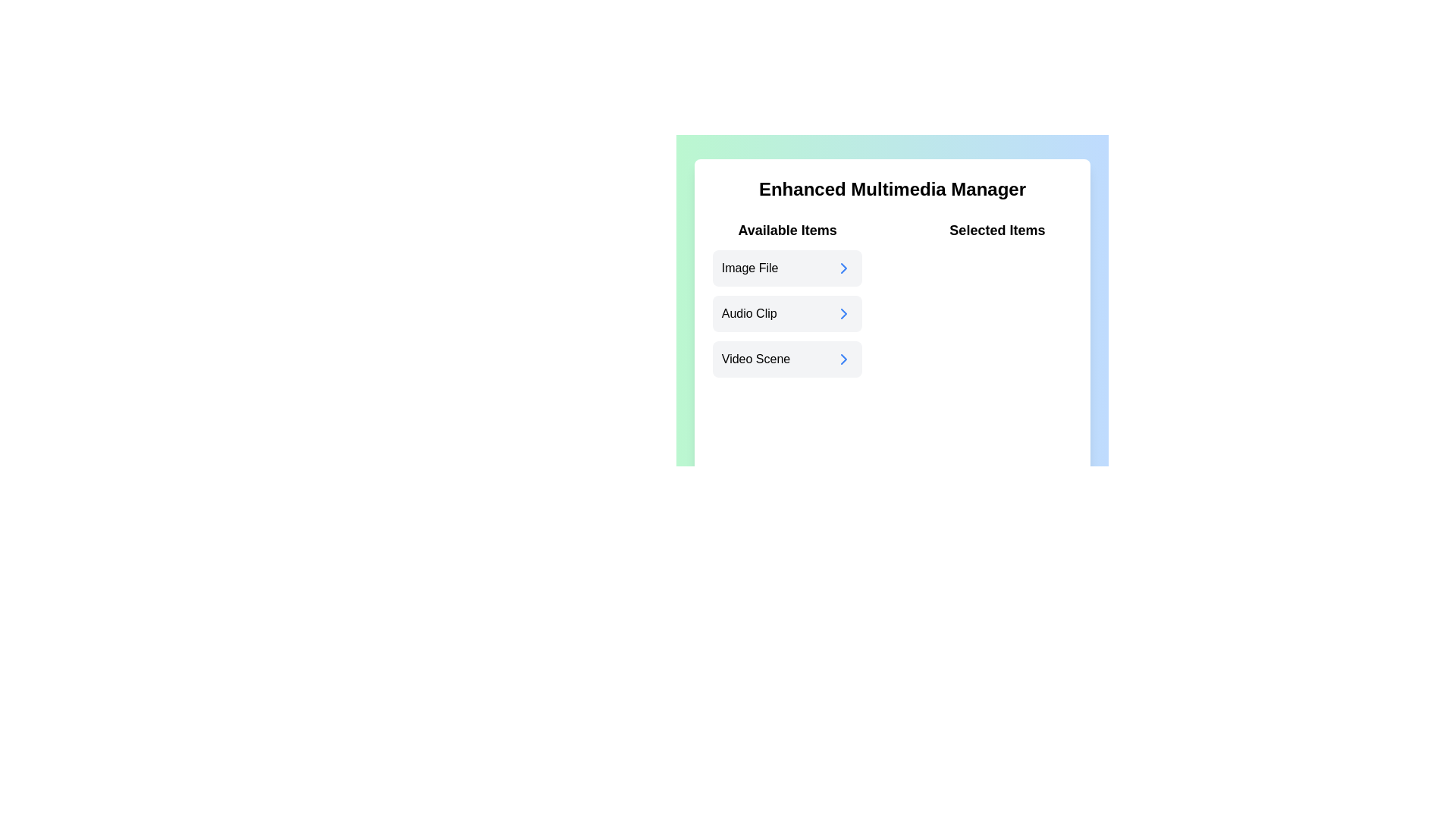 Image resolution: width=1456 pixels, height=819 pixels. I want to click on the 'Audio Clip' text label, which is located within a card in the 'Available Items' section of the interface, so click(749, 312).